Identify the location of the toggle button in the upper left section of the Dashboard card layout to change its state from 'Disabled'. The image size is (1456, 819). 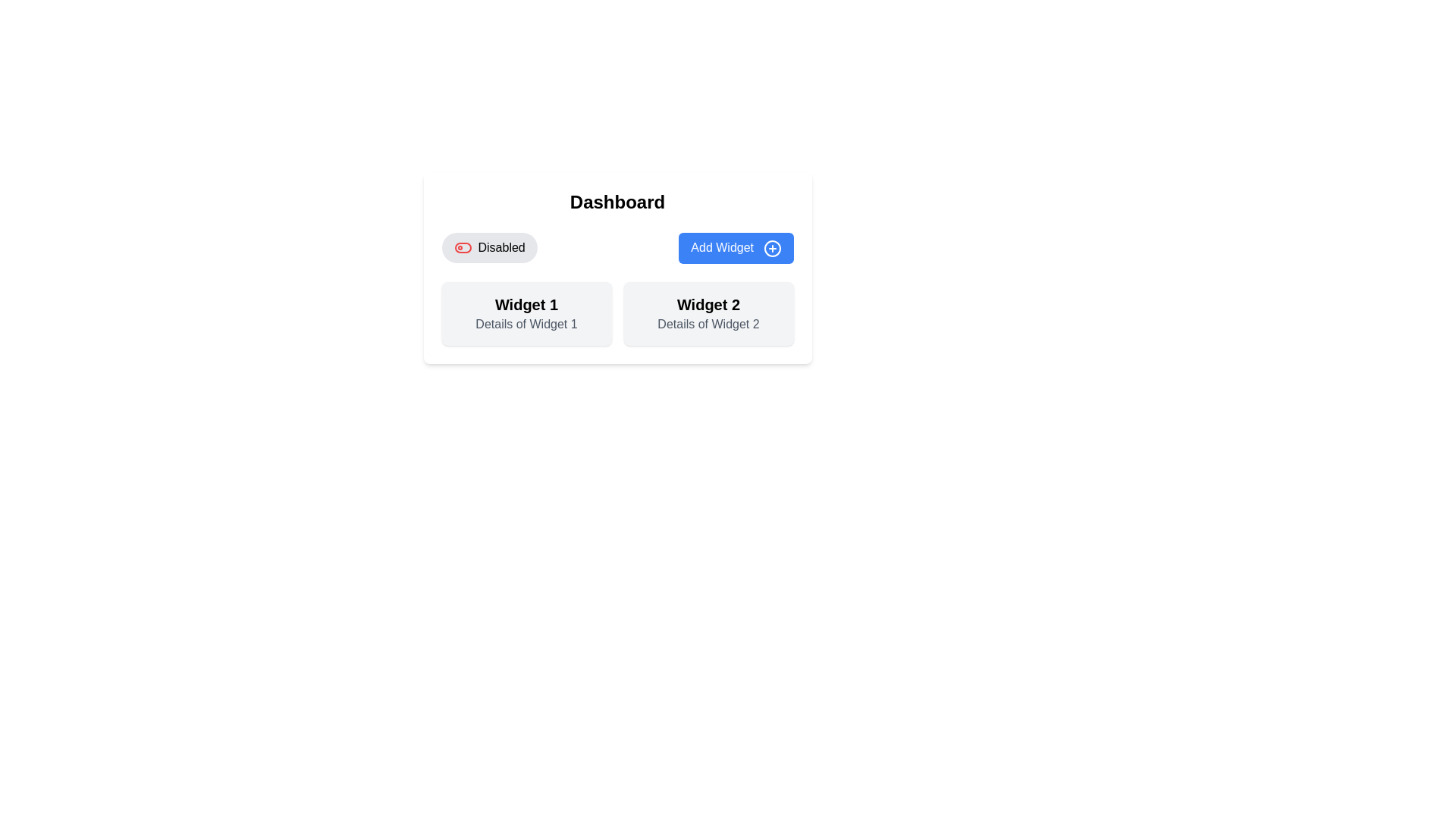
(489, 247).